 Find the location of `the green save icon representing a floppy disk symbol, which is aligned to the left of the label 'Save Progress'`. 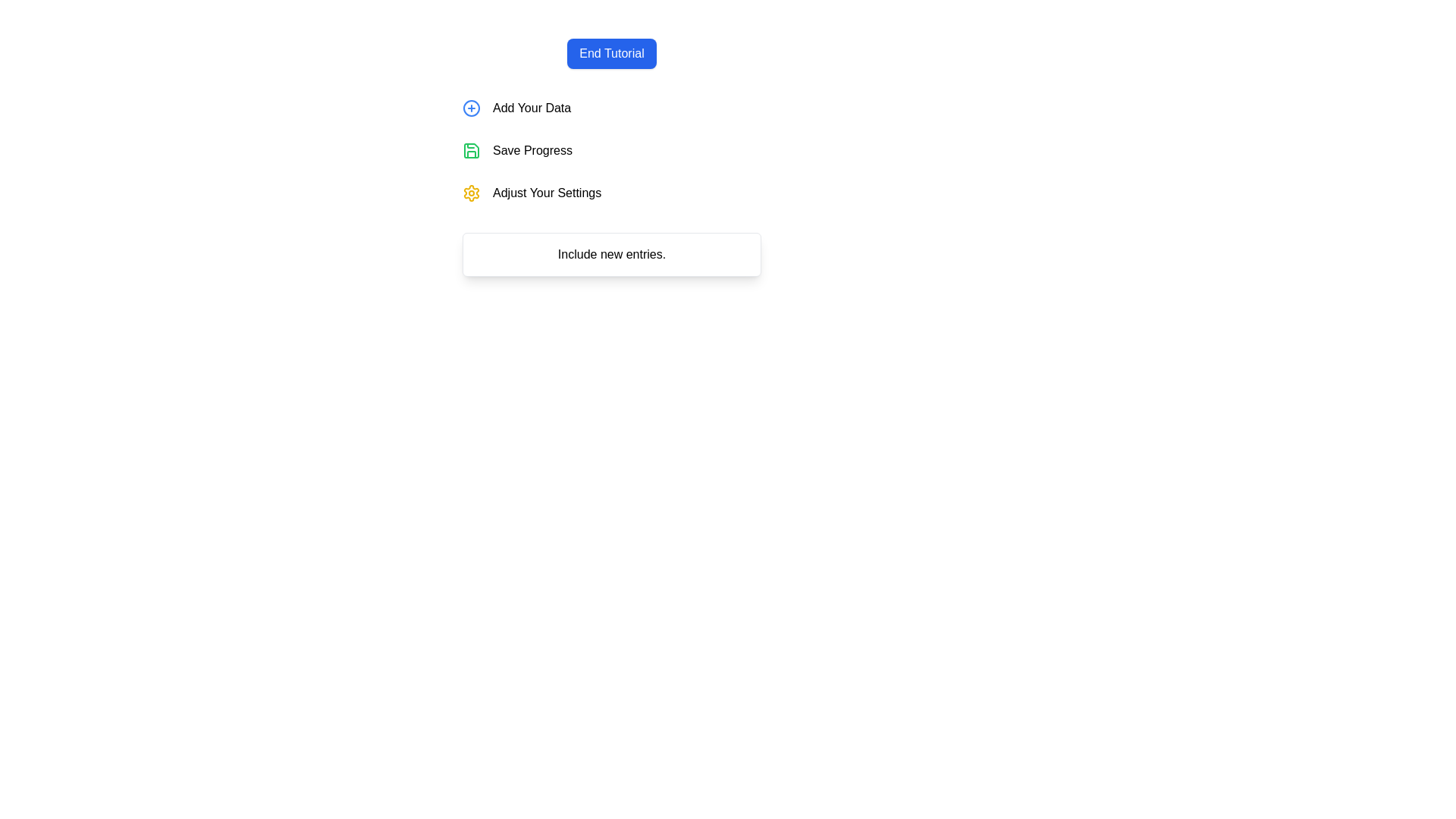

the green save icon representing a floppy disk symbol, which is aligned to the left of the label 'Save Progress' is located at coordinates (471, 151).